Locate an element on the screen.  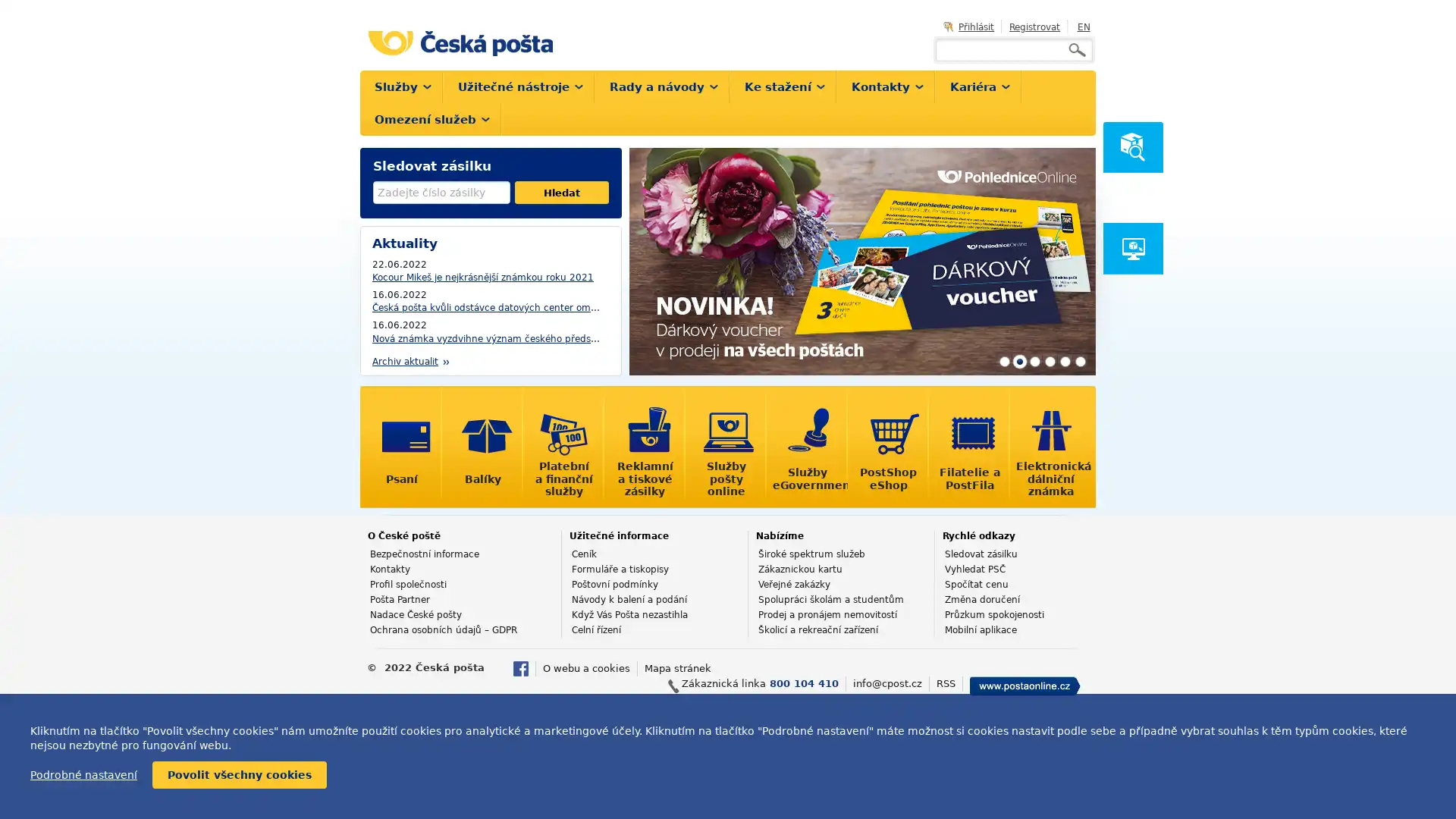
Povolit vsechny cookies is located at coordinates (239, 775).